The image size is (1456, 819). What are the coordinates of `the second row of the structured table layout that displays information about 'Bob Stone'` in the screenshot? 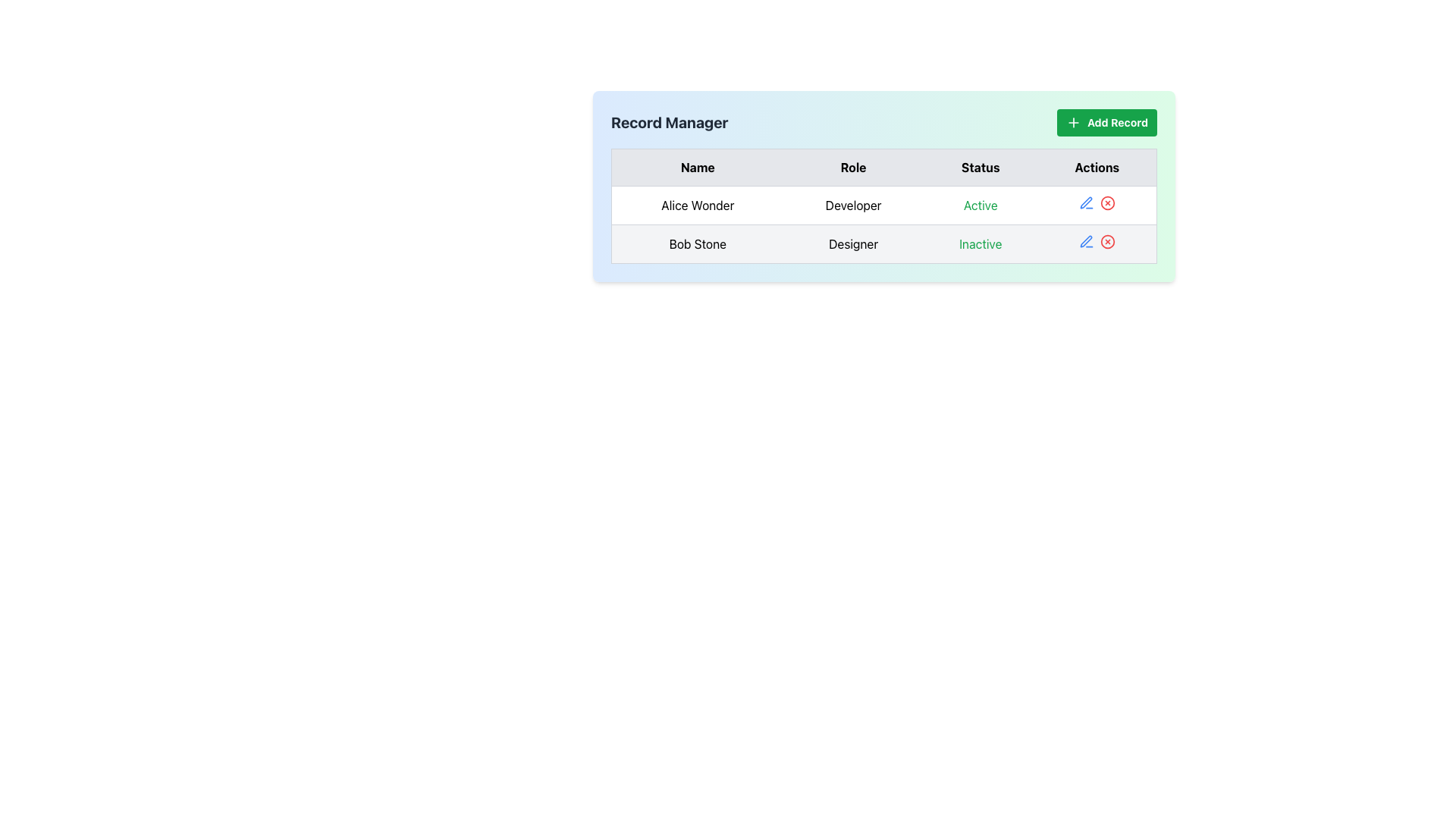 It's located at (884, 243).